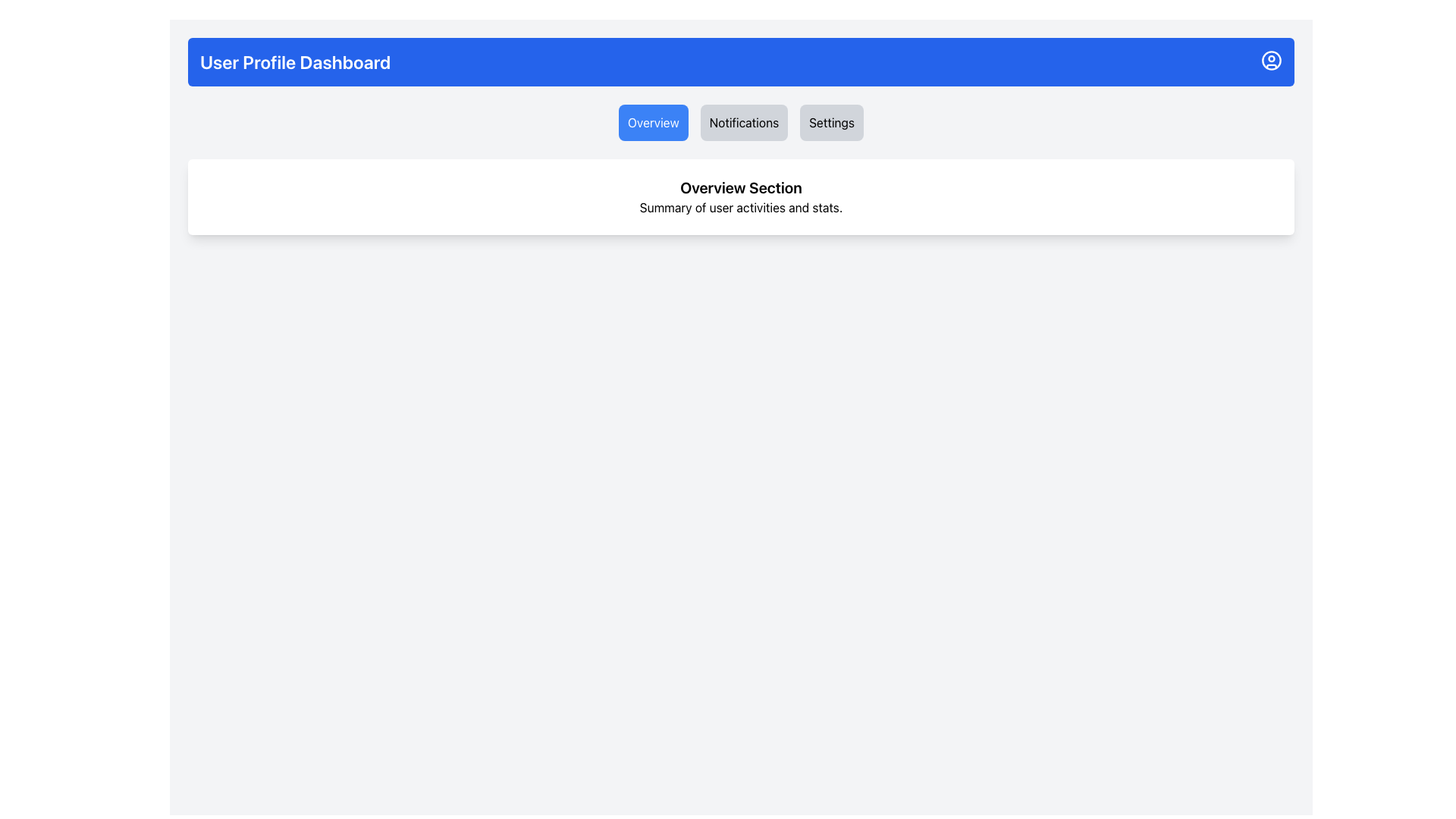  What do you see at coordinates (653, 122) in the screenshot?
I see `the blue 'Overview' button with white text at the top of the User Profile Dashboard` at bounding box center [653, 122].